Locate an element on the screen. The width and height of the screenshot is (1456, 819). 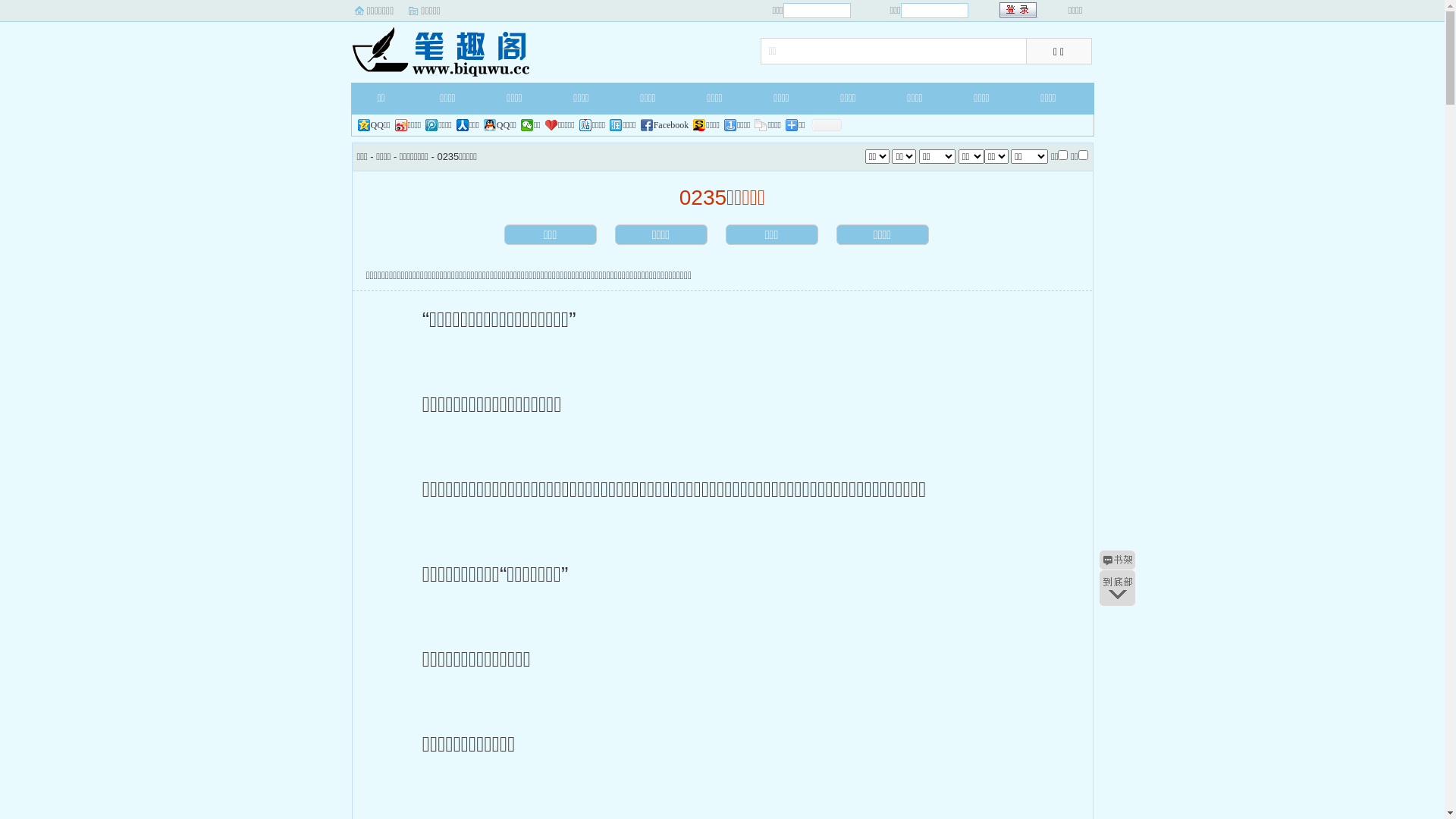
'Facebook' is located at coordinates (640, 124).